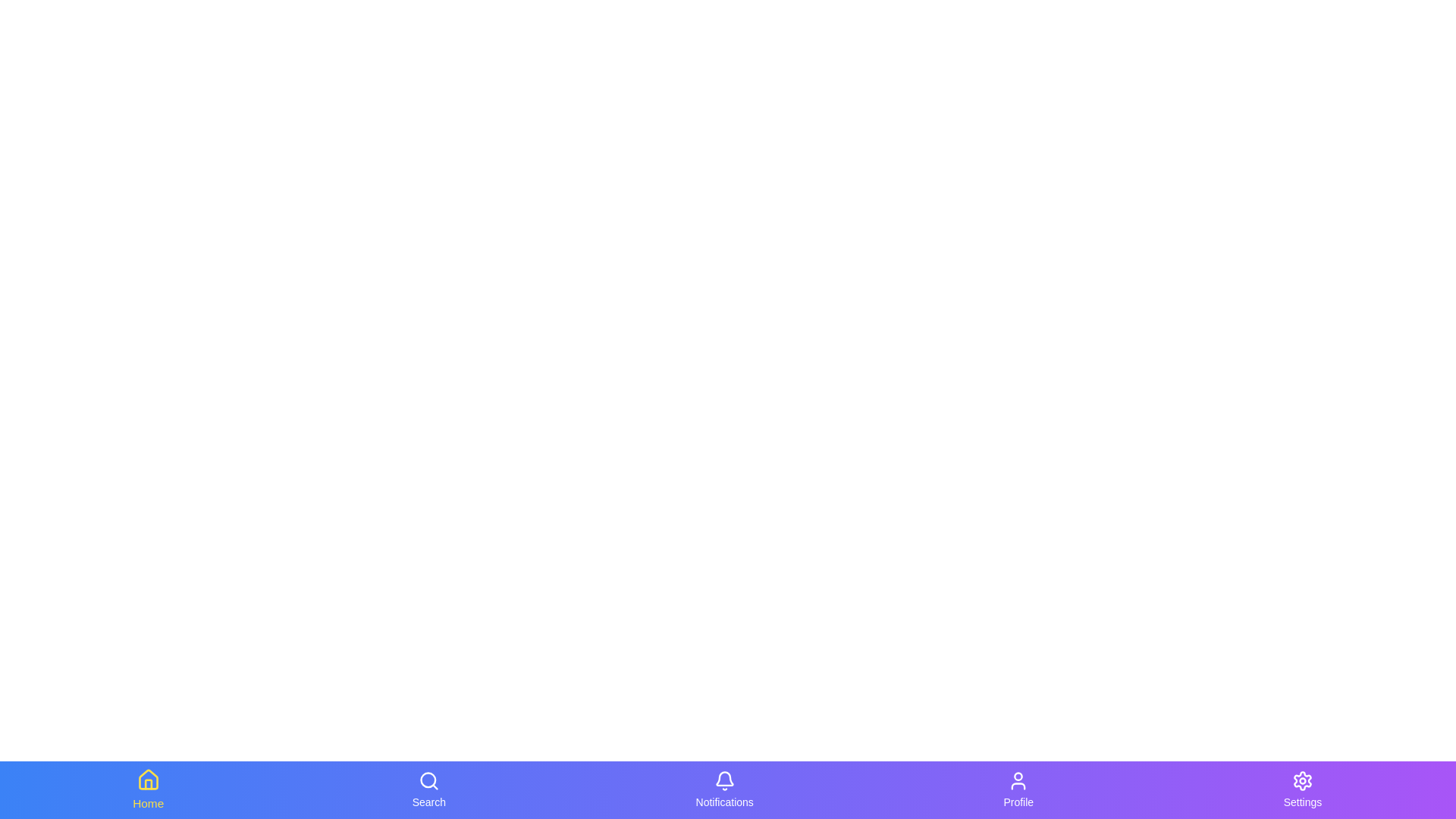 The width and height of the screenshot is (1456, 819). Describe the element at coordinates (1301, 789) in the screenshot. I see `the Settings navigation tab` at that location.